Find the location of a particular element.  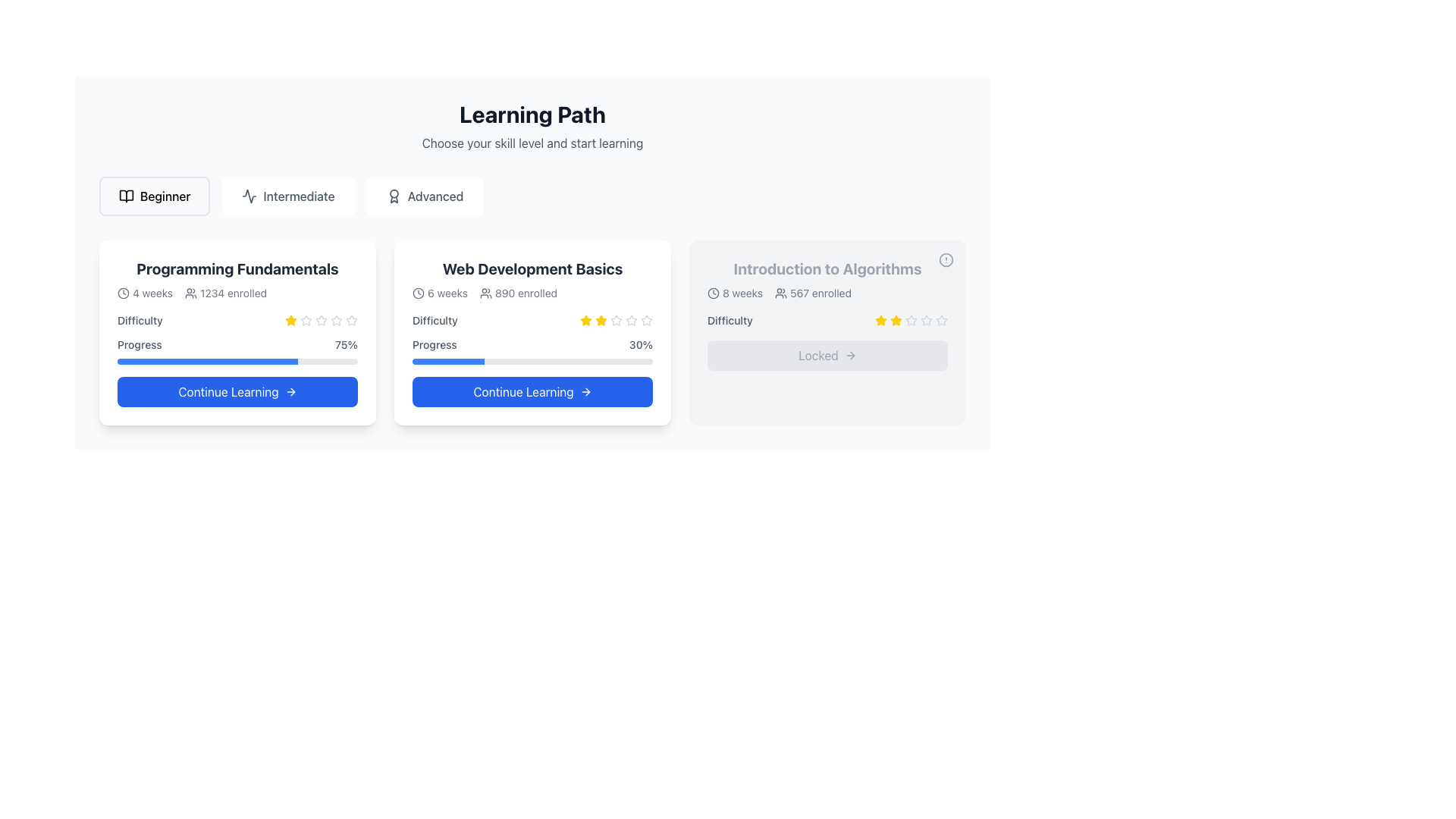

the 'Beginner' icon, which visually represents the beginner learning option, located to the left of the text 'Beginner' is located at coordinates (127, 195).